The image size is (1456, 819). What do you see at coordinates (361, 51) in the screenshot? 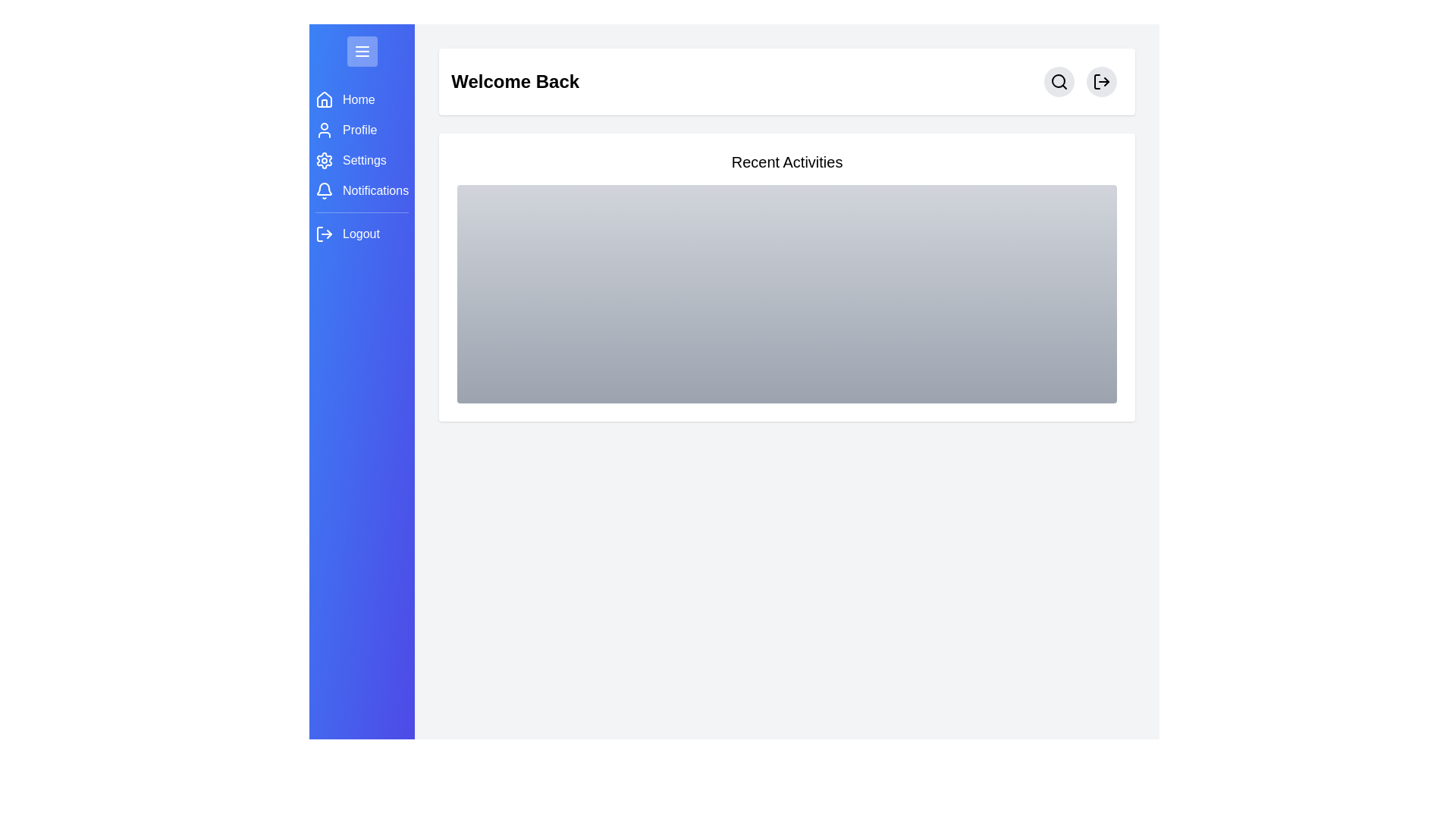
I see `the hamburger menu icon located at the top of the sidebar` at bounding box center [361, 51].